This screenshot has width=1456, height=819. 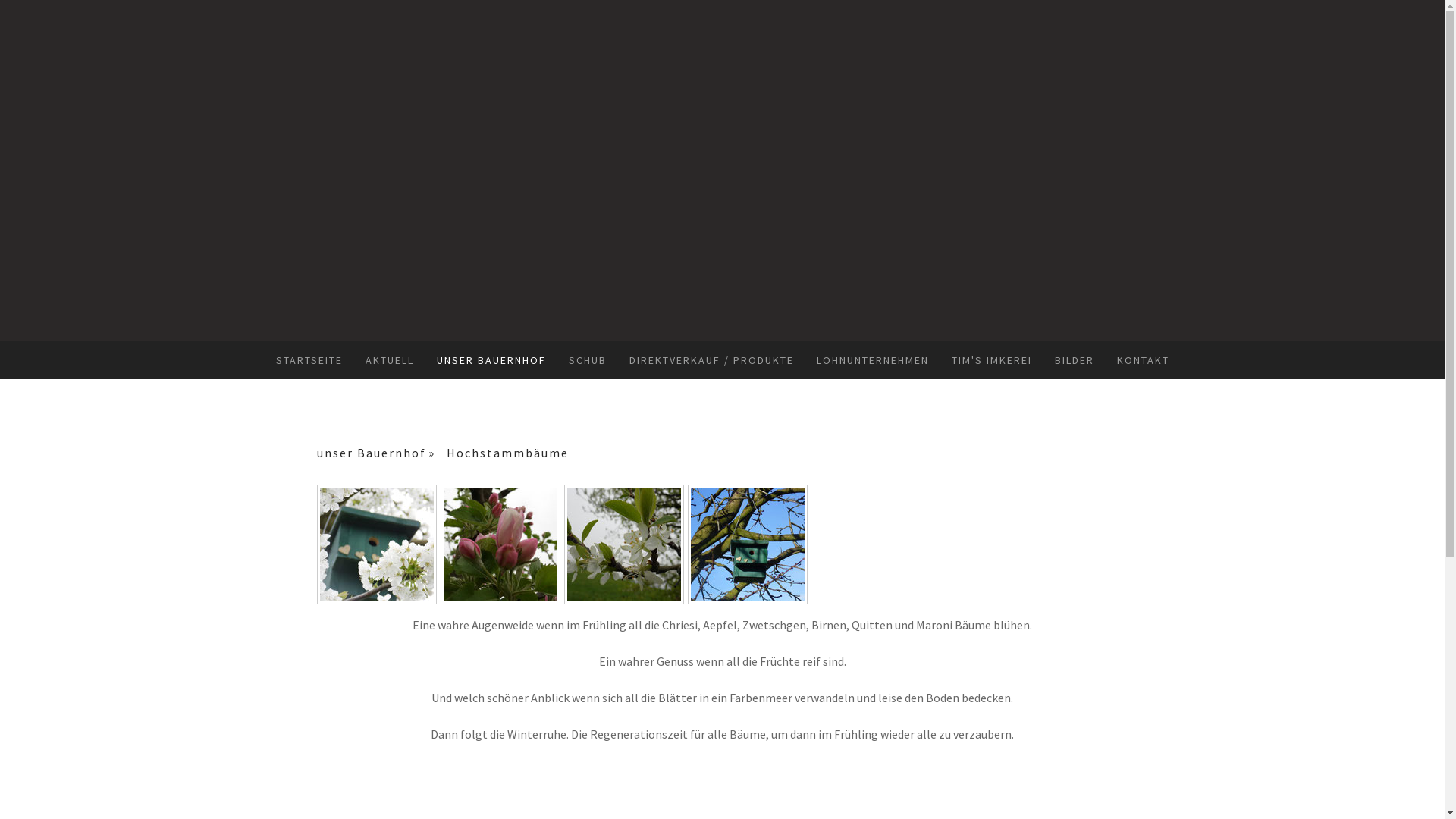 What do you see at coordinates (1143, 359) in the screenshot?
I see `'KONTAKT'` at bounding box center [1143, 359].